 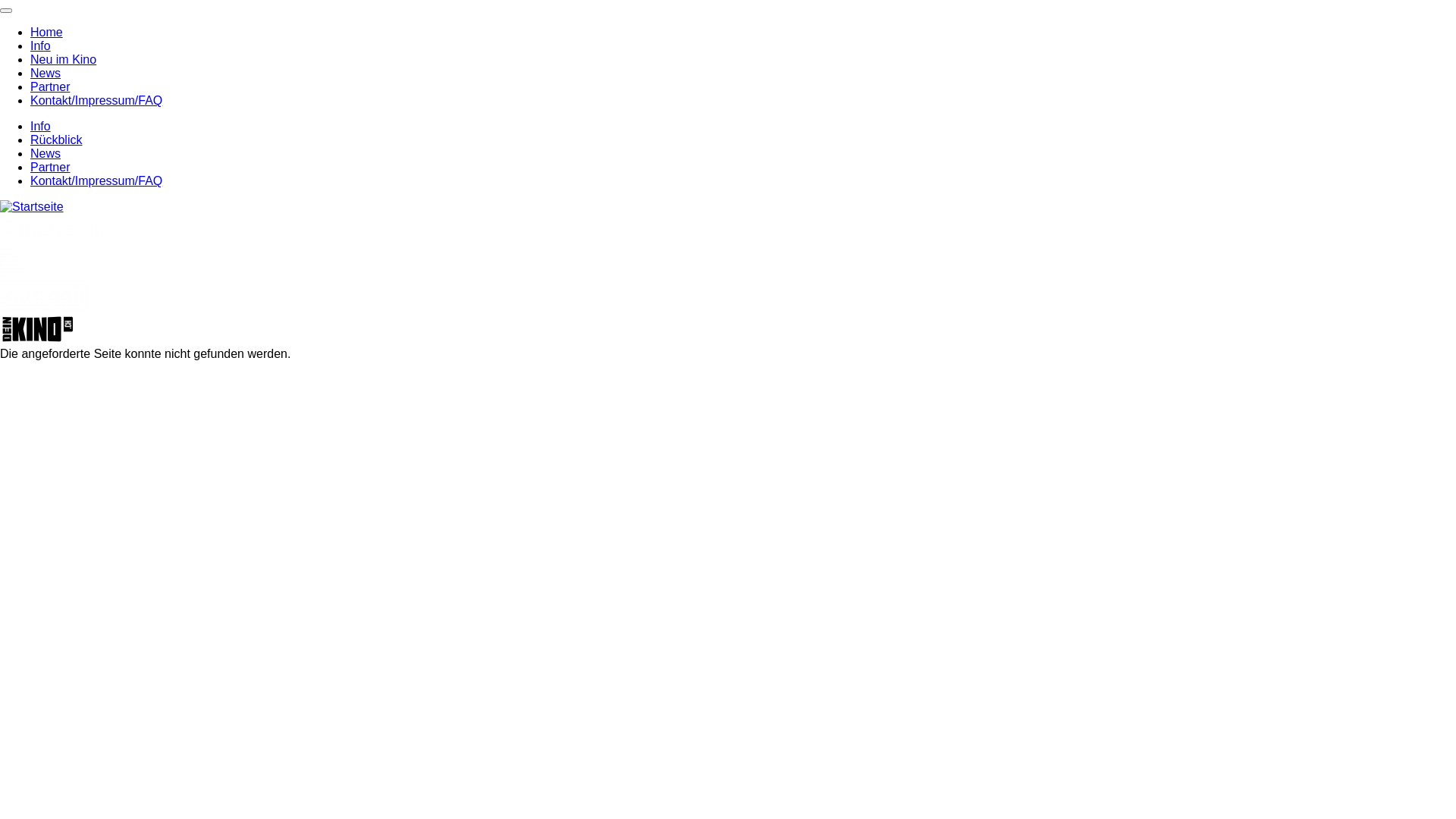 What do you see at coordinates (30, 180) in the screenshot?
I see `'Kontakt/Impressum/FAQ'` at bounding box center [30, 180].